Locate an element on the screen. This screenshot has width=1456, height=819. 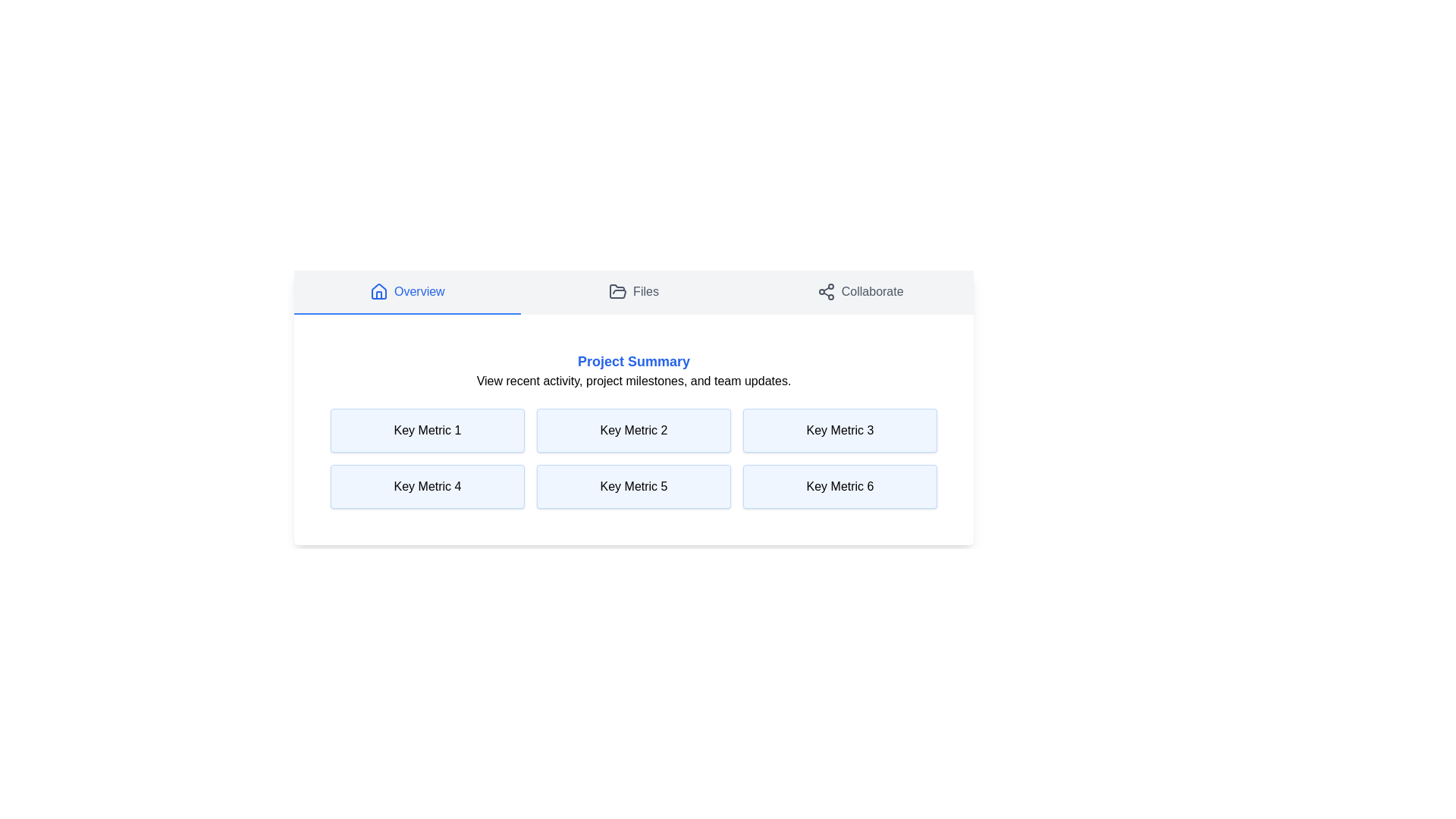
the 'Key Metric 2' interactive label, which is a rectangular button with a light blue background and black text is located at coordinates (633, 430).